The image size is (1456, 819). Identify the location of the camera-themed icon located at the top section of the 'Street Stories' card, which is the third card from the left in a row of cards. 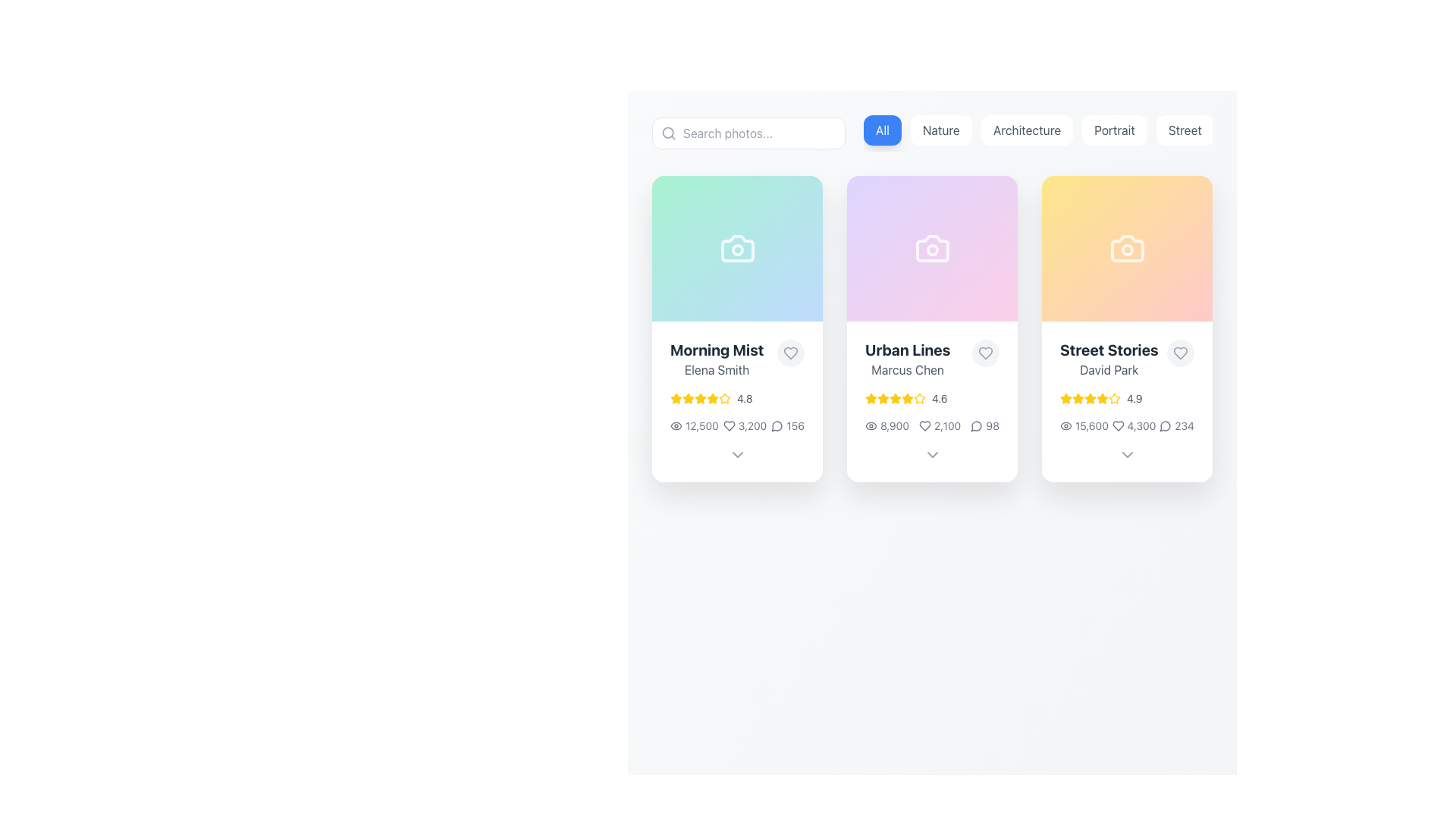
(1127, 247).